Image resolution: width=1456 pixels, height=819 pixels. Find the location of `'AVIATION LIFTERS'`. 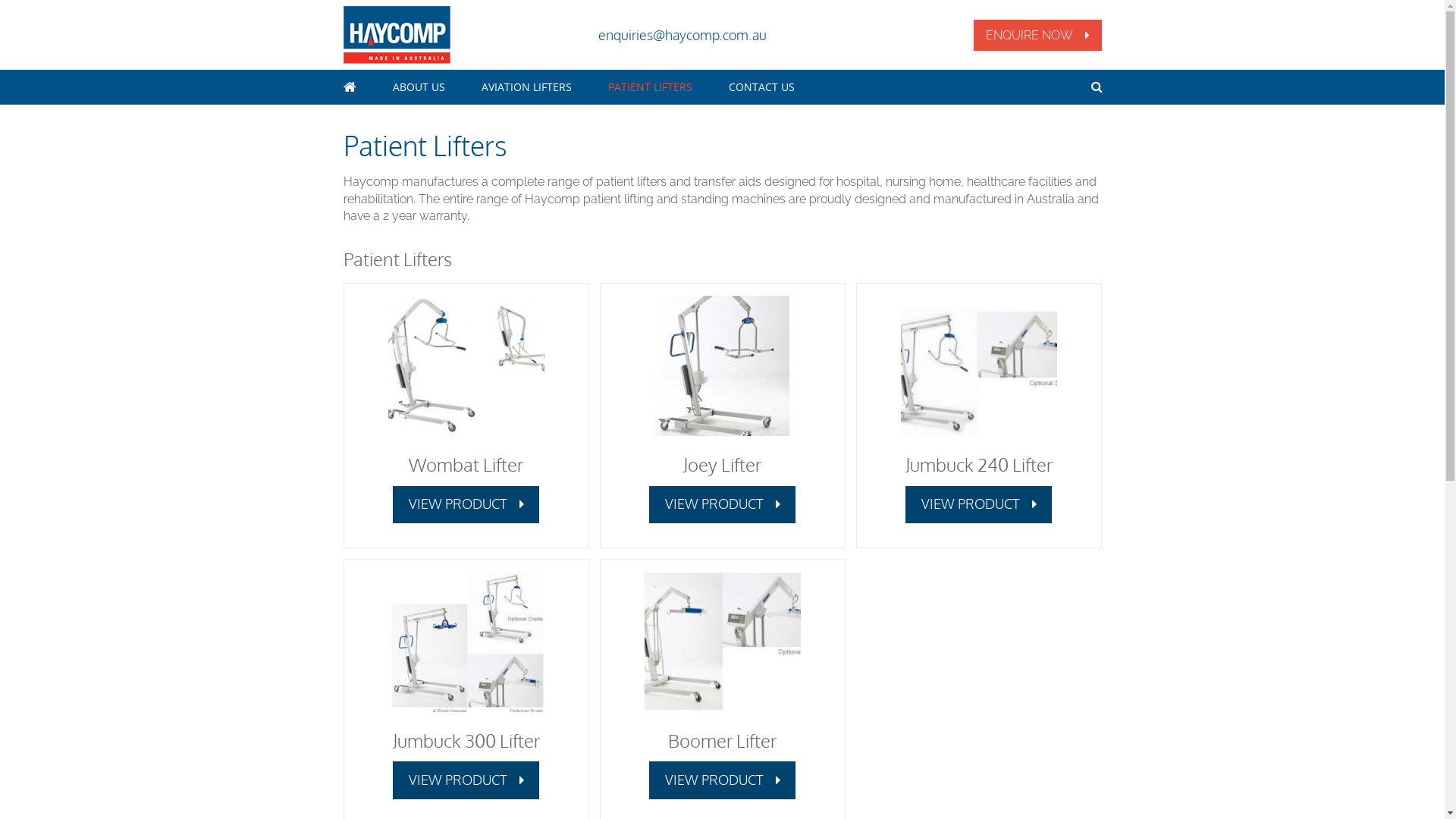

'AVIATION LIFTERS' is located at coordinates (526, 87).